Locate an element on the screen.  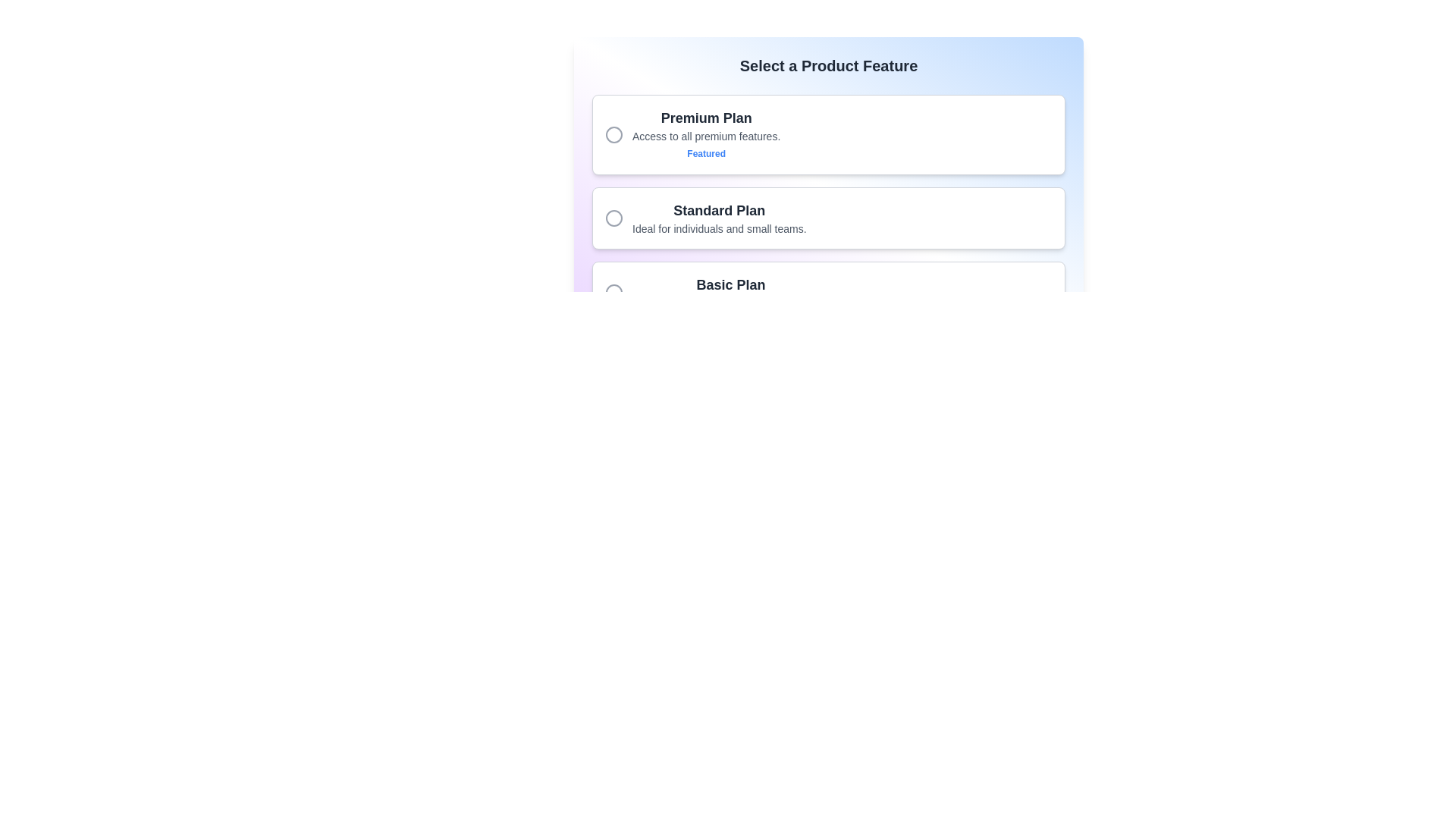
the 'Basic Plan' text label is located at coordinates (731, 284).